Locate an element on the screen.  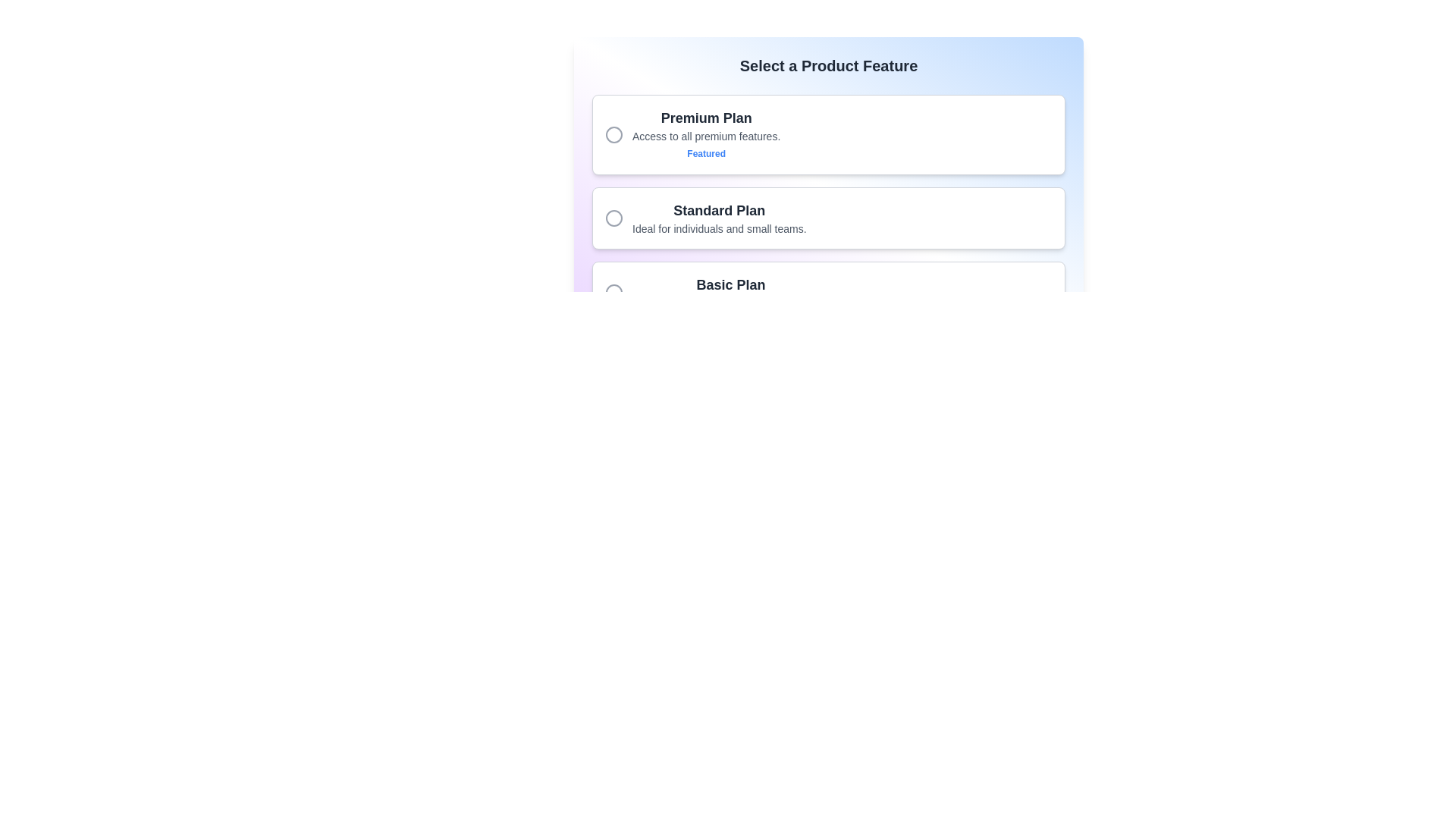
the 'Basic Plan' text label is located at coordinates (731, 284).